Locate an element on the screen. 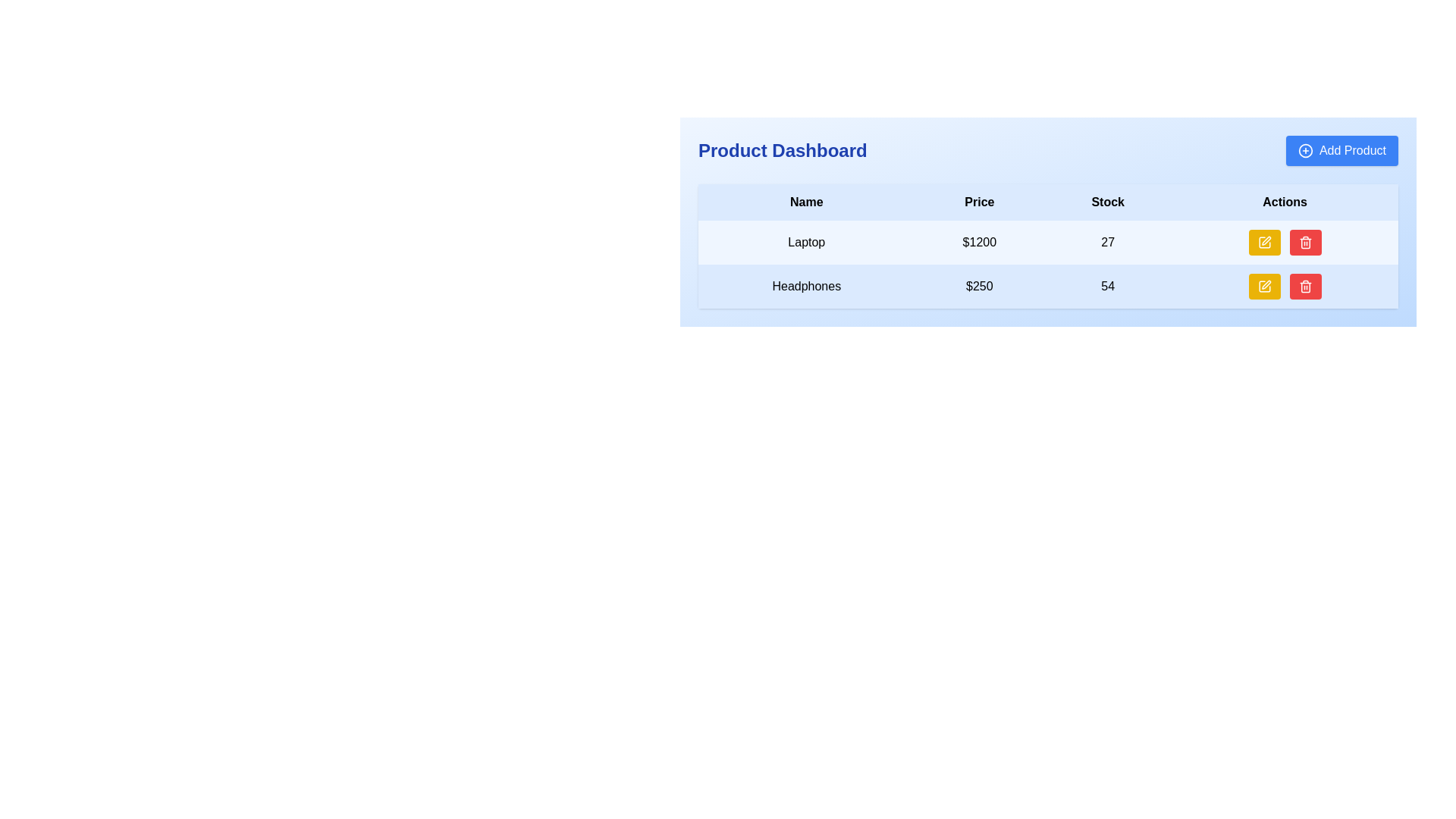 Image resolution: width=1456 pixels, height=819 pixels. the 'Headphones' product label located in the first cell of the second row under the 'Name' column in the 'Product Dashboard' section is located at coordinates (805, 287).